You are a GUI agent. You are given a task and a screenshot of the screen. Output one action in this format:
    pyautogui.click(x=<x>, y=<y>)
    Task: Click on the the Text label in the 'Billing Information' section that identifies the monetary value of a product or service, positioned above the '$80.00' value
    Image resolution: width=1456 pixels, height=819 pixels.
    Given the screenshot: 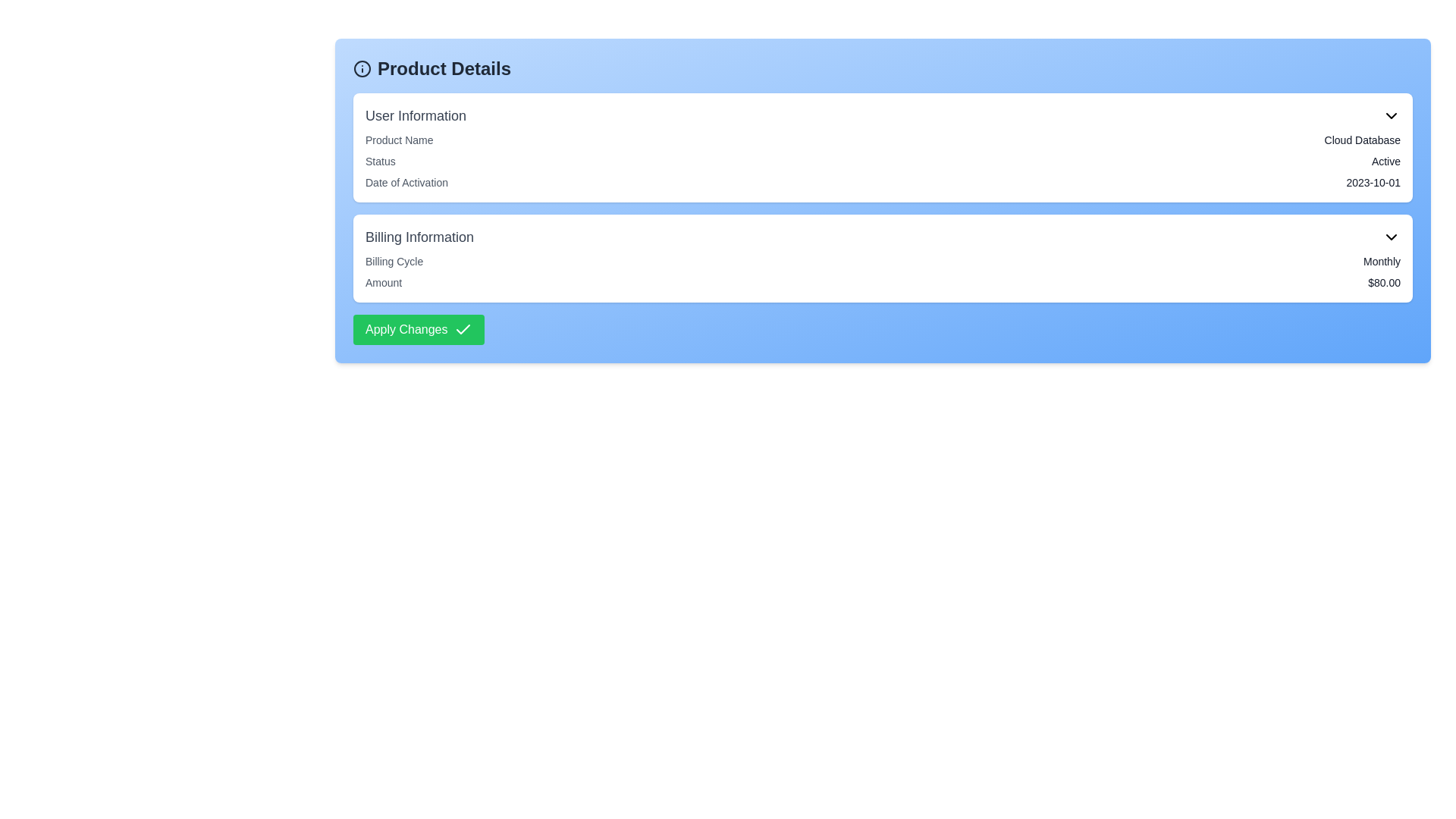 What is the action you would take?
    pyautogui.click(x=384, y=283)
    